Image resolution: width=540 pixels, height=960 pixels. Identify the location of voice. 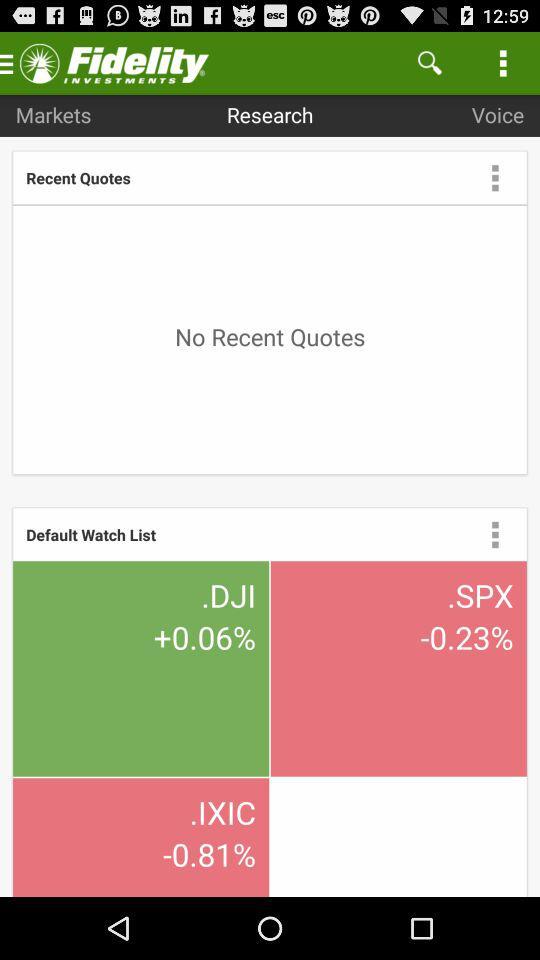
(496, 114).